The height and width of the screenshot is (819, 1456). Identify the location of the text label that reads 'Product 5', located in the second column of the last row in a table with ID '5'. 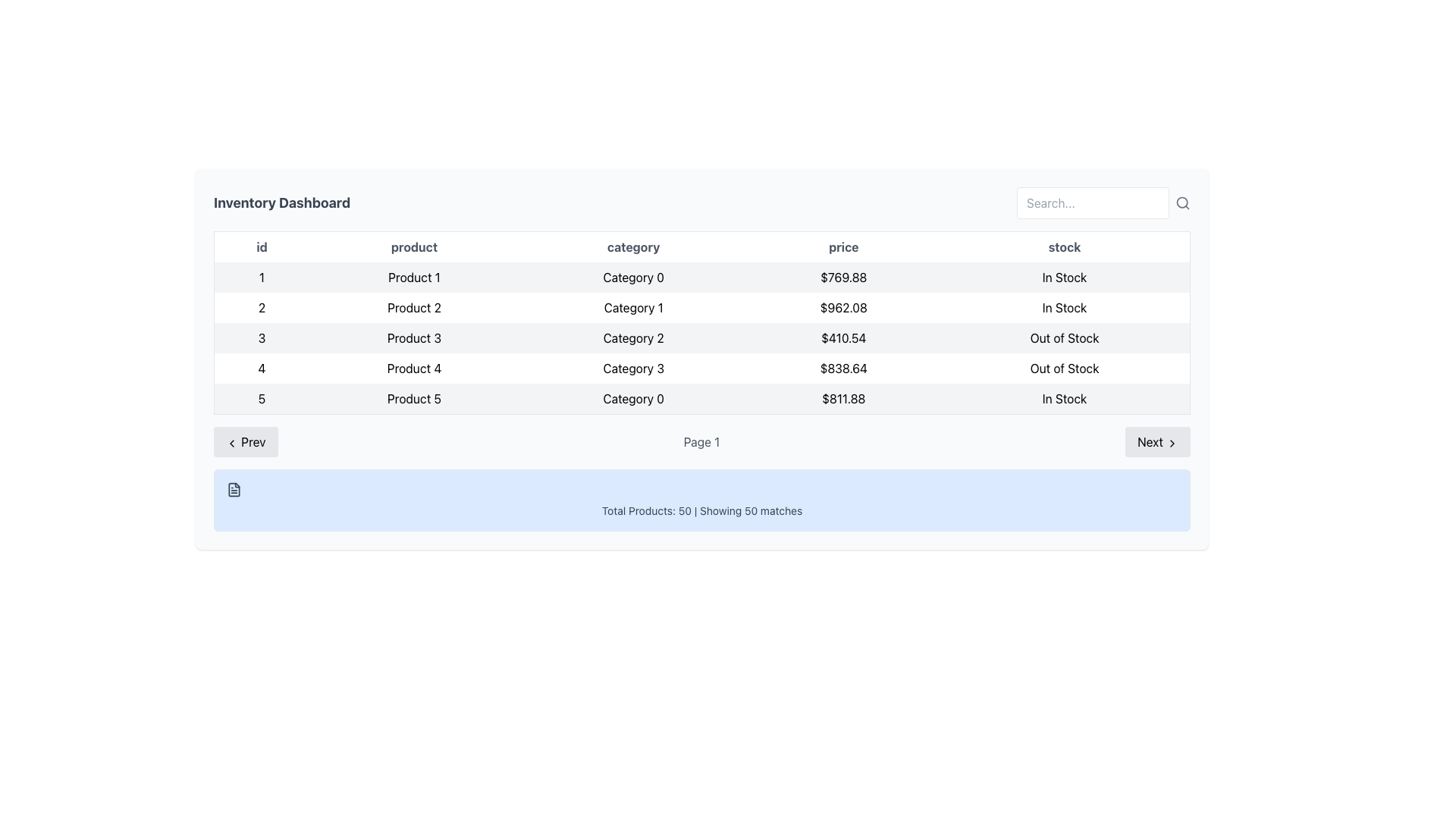
(414, 398).